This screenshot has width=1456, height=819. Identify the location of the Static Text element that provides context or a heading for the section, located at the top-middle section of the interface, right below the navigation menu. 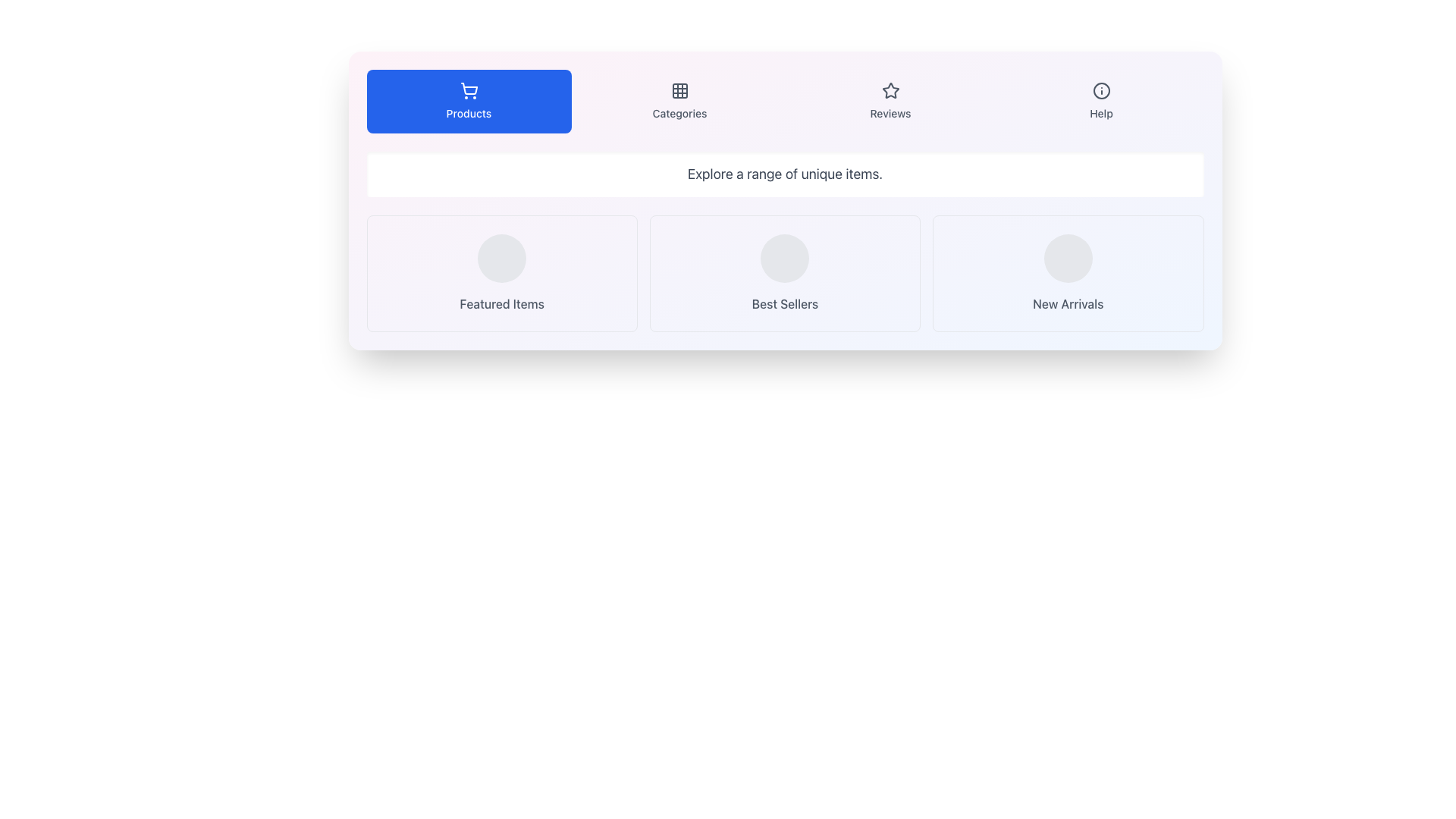
(785, 174).